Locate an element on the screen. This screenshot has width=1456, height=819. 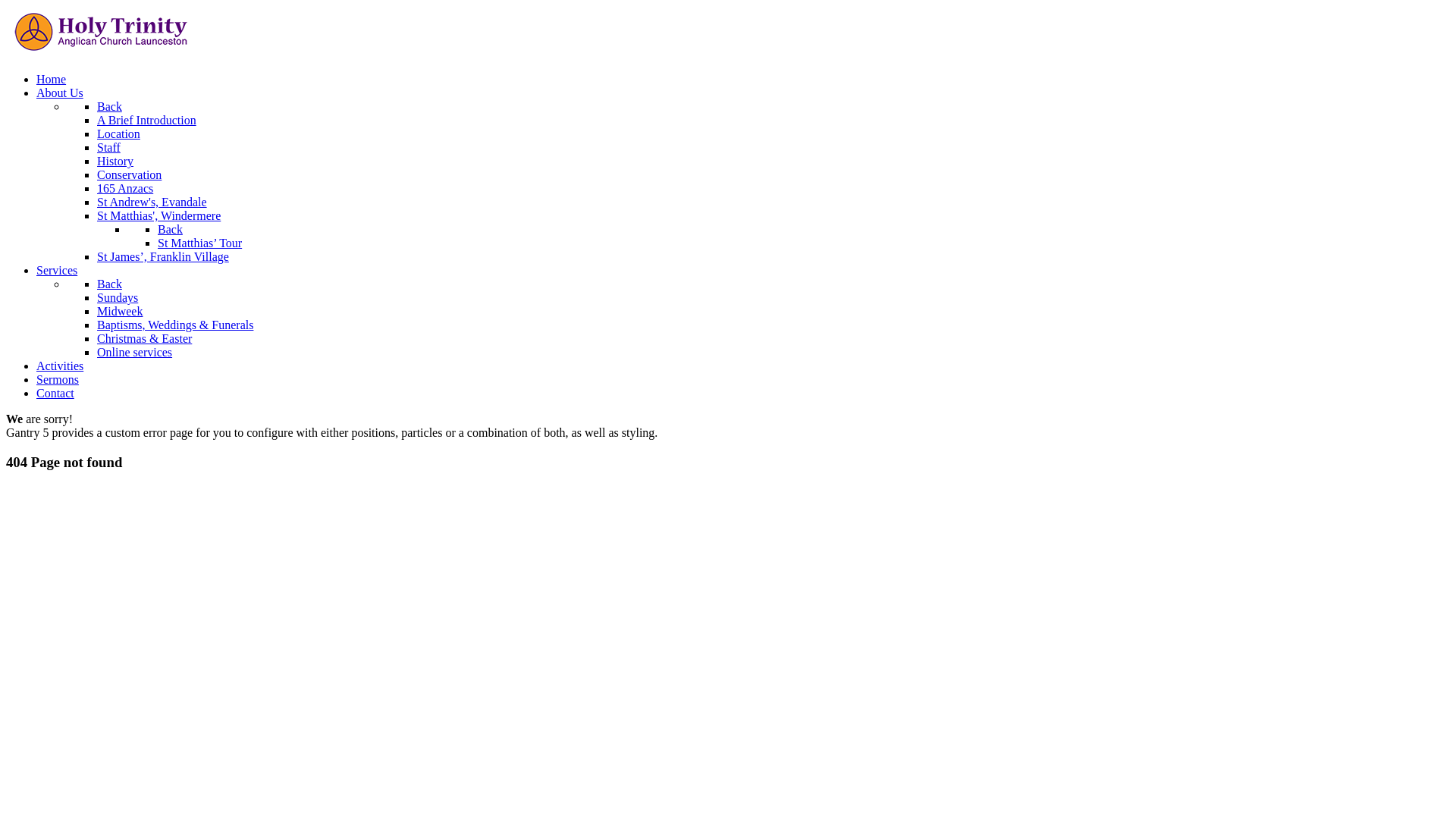
'Activities' is located at coordinates (59, 366).